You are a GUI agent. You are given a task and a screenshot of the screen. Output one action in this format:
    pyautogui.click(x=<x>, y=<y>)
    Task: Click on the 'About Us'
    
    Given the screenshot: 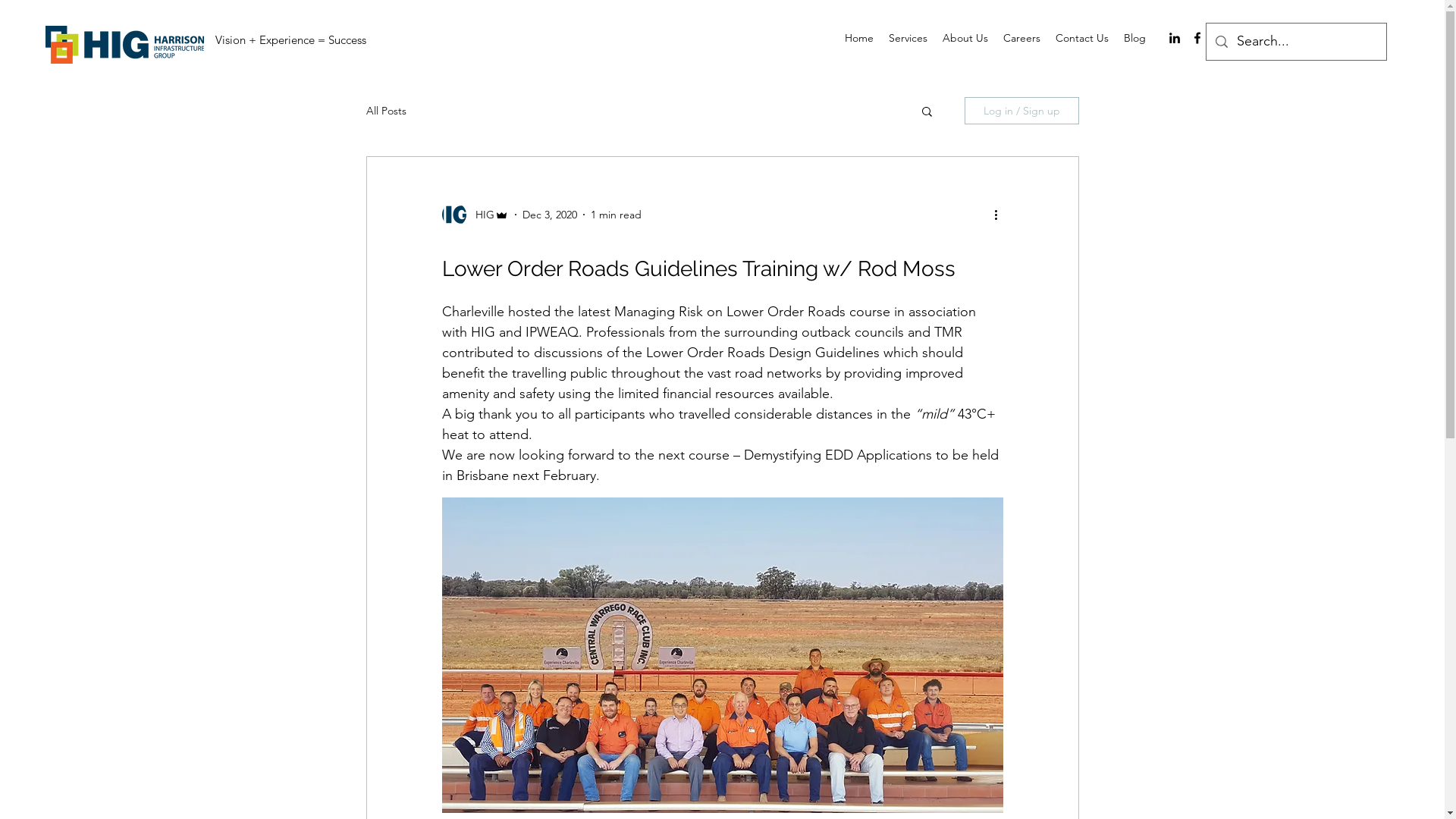 What is the action you would take?
    pyautogui.click(x=934, y=37)
    